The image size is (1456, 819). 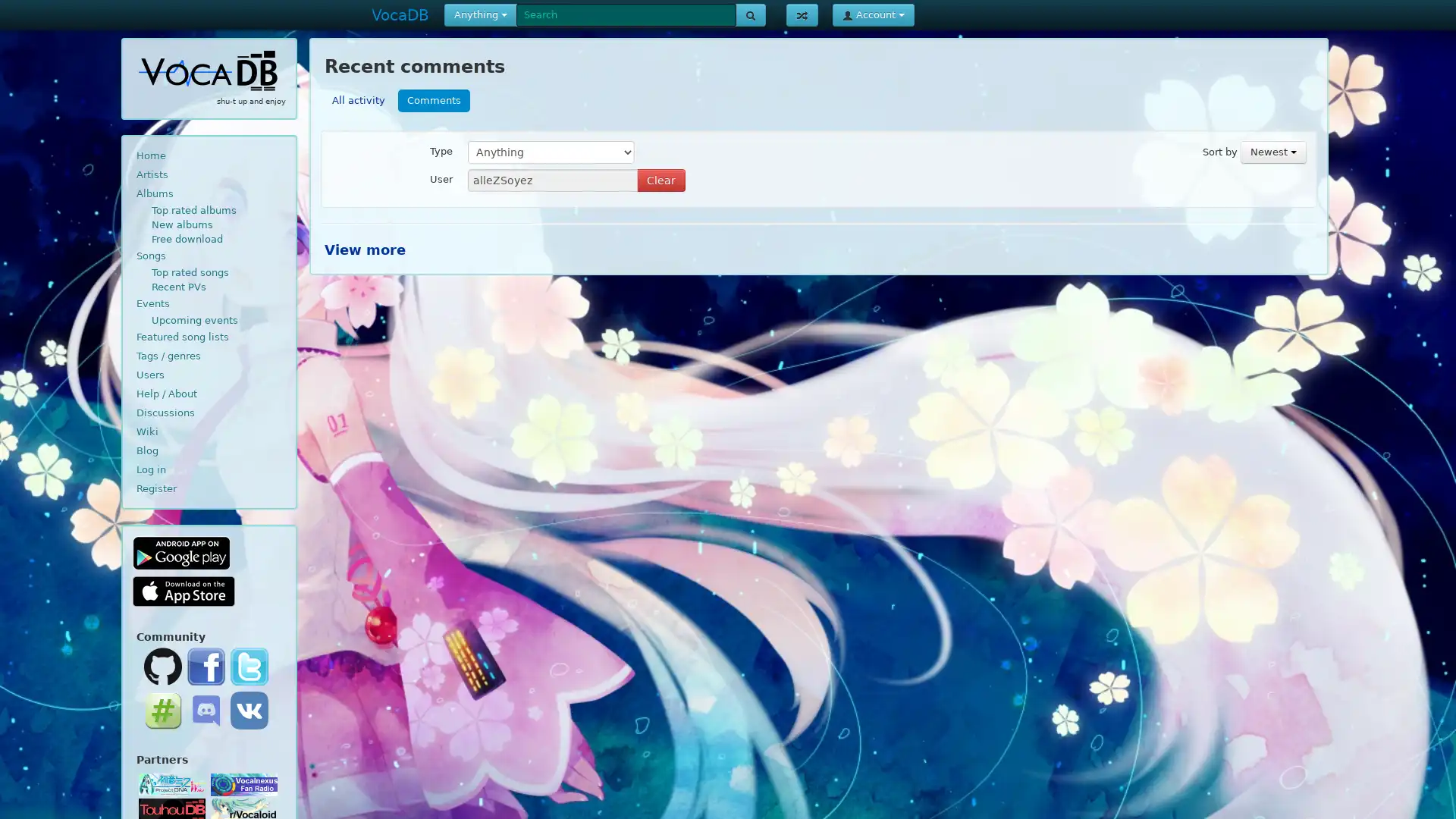 I want to click on Clear, so click(x=661, y=180).